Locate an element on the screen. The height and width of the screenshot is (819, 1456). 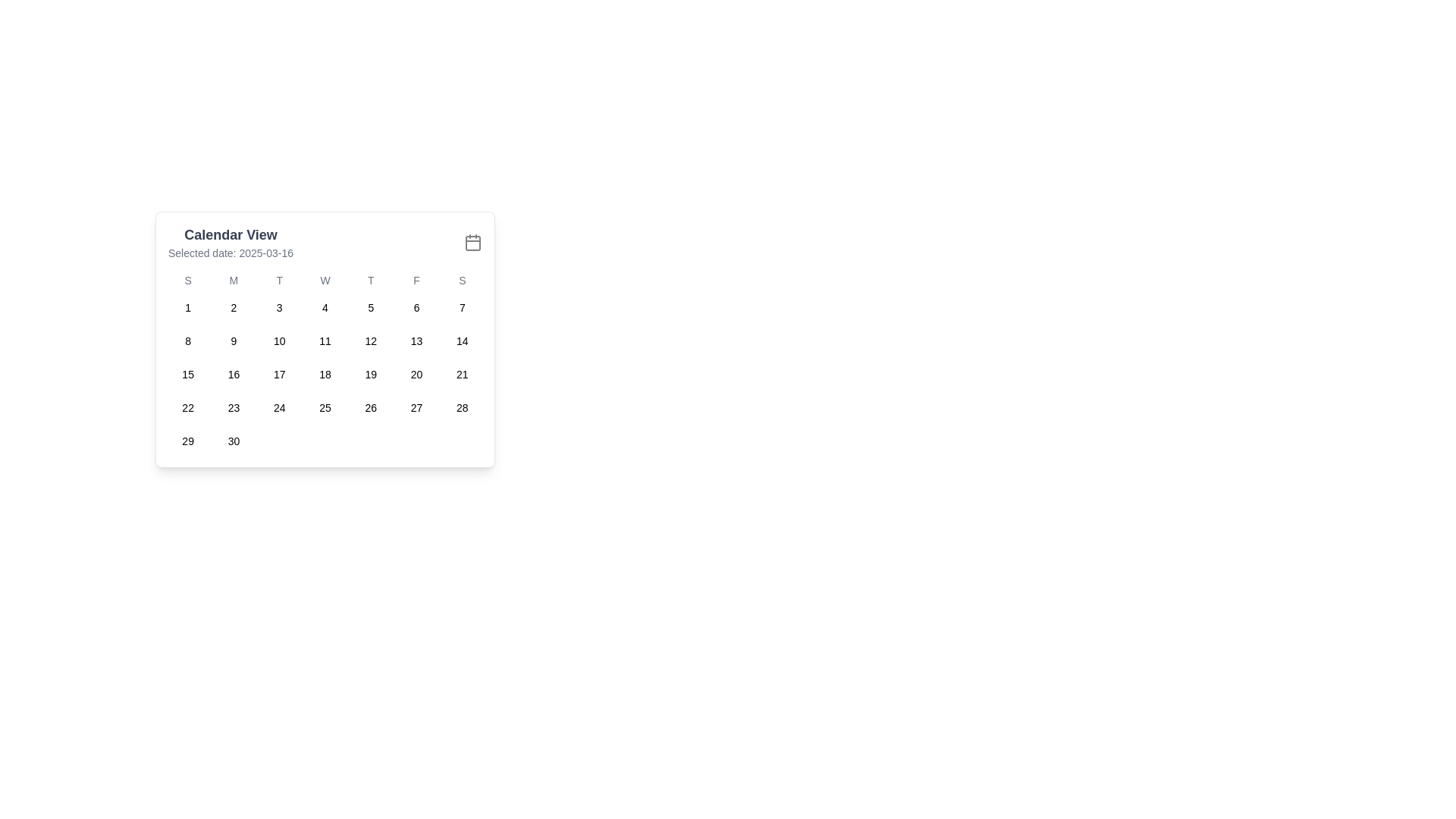
the text label displaying 'S' in the header row of the calendar grid, which is the last item representing the days of the week is located at coordinates (461, 281).